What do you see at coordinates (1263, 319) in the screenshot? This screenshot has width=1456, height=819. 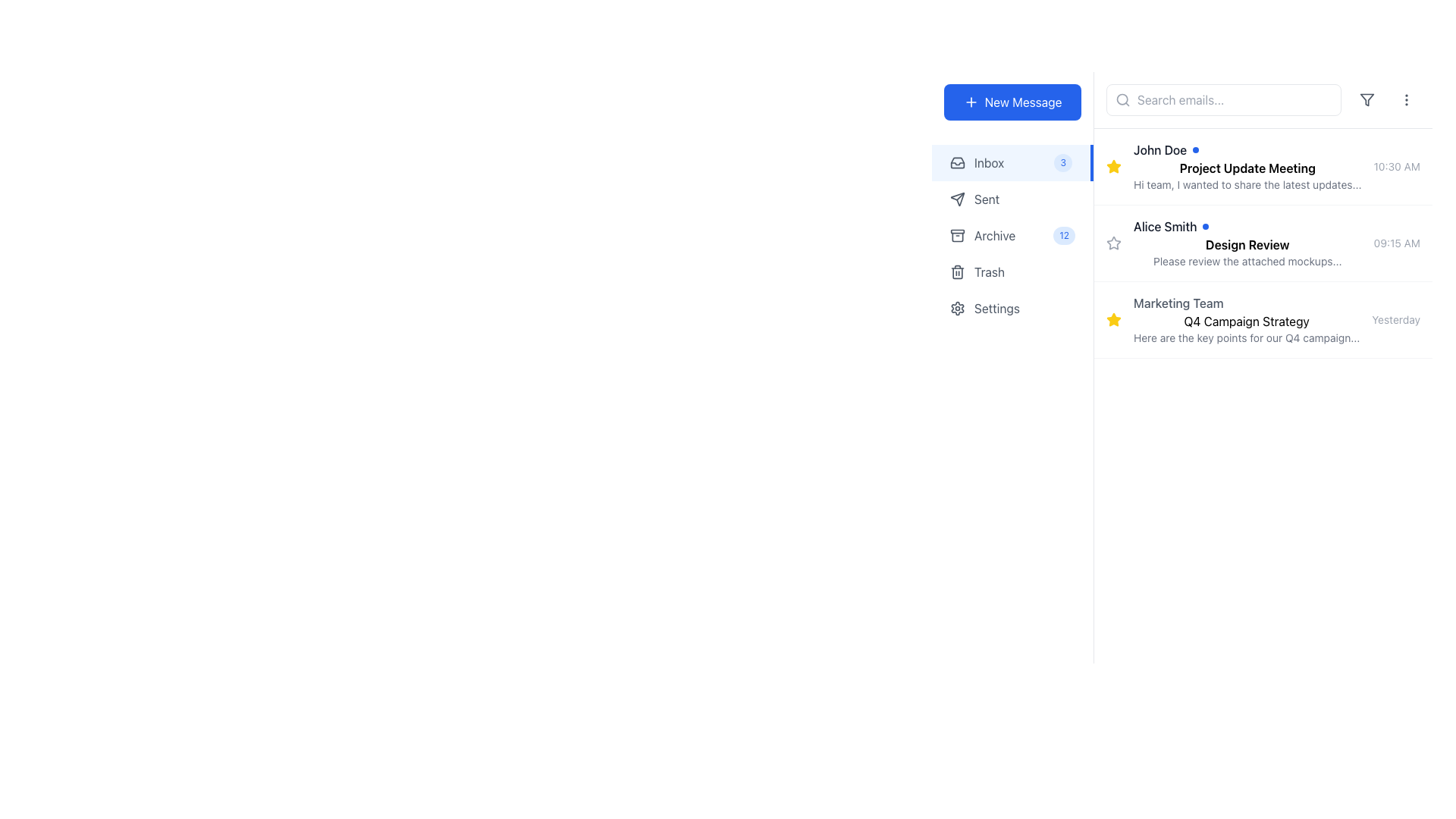 I see `the third email list item in the inbox interface` at bounding box center [1263, 319].